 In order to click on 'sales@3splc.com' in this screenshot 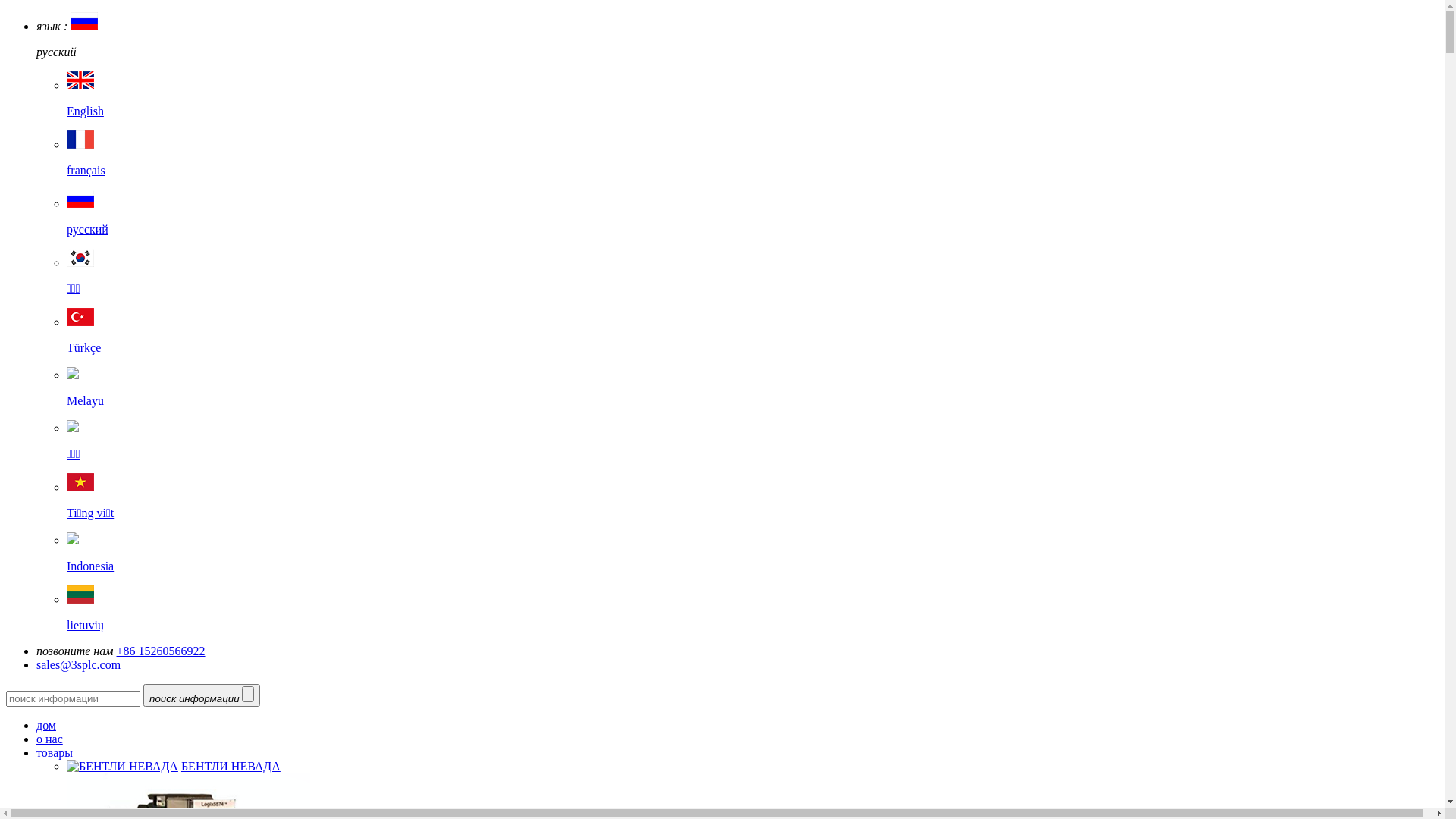, I will do `click(36, 664)`.